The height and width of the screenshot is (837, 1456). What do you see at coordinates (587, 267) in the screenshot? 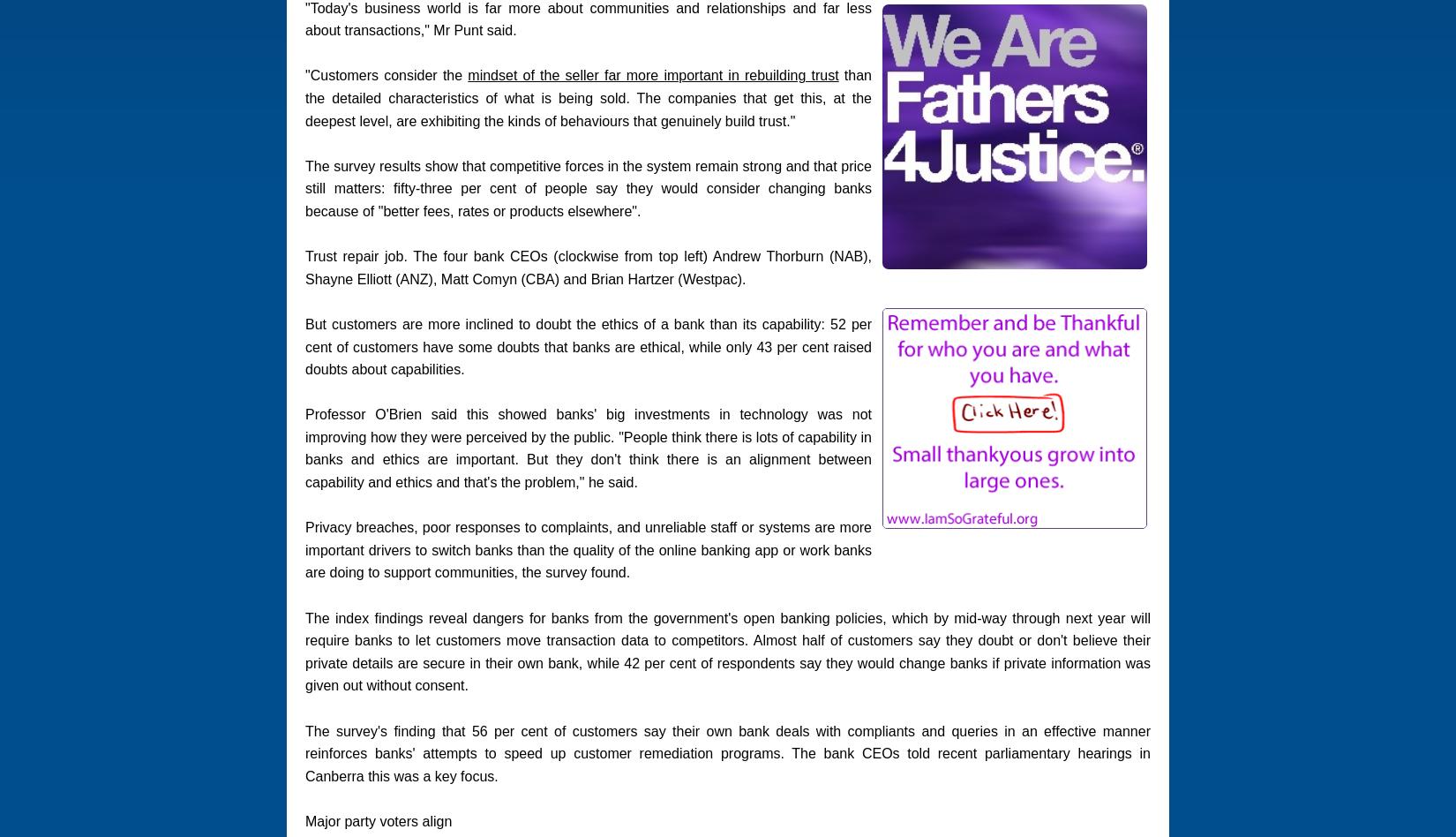
I see `'Trust repair job. The four bank CEOs (clockwise from top left) Andrew Thorburn (NAB), Shayne Elliott (ANZ), Matt Comyn (CBA) and Brian Hartzer (Westpac).'` at bounding box center [587, 267].